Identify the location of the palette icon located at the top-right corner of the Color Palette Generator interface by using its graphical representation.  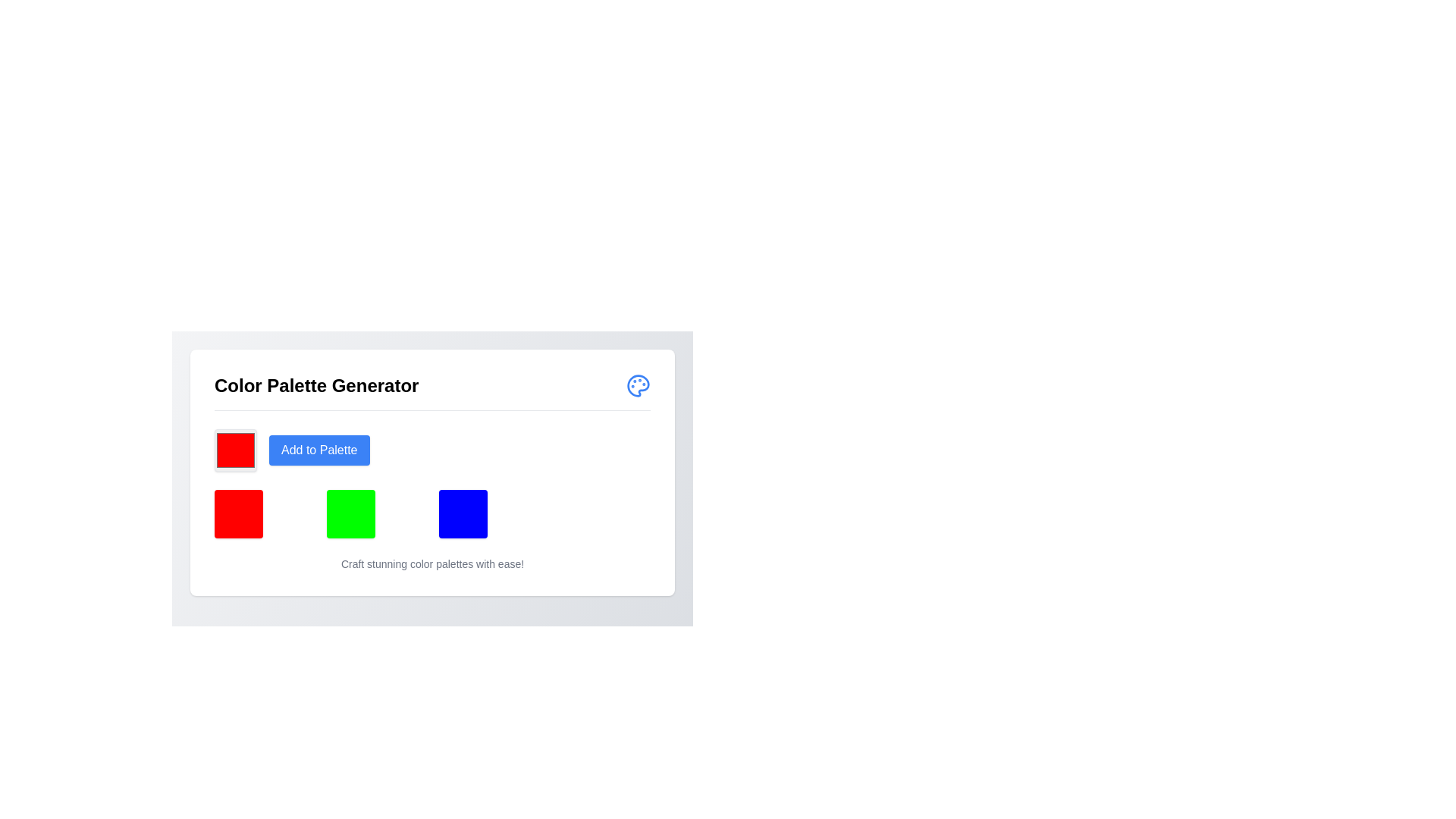
(637, 384).